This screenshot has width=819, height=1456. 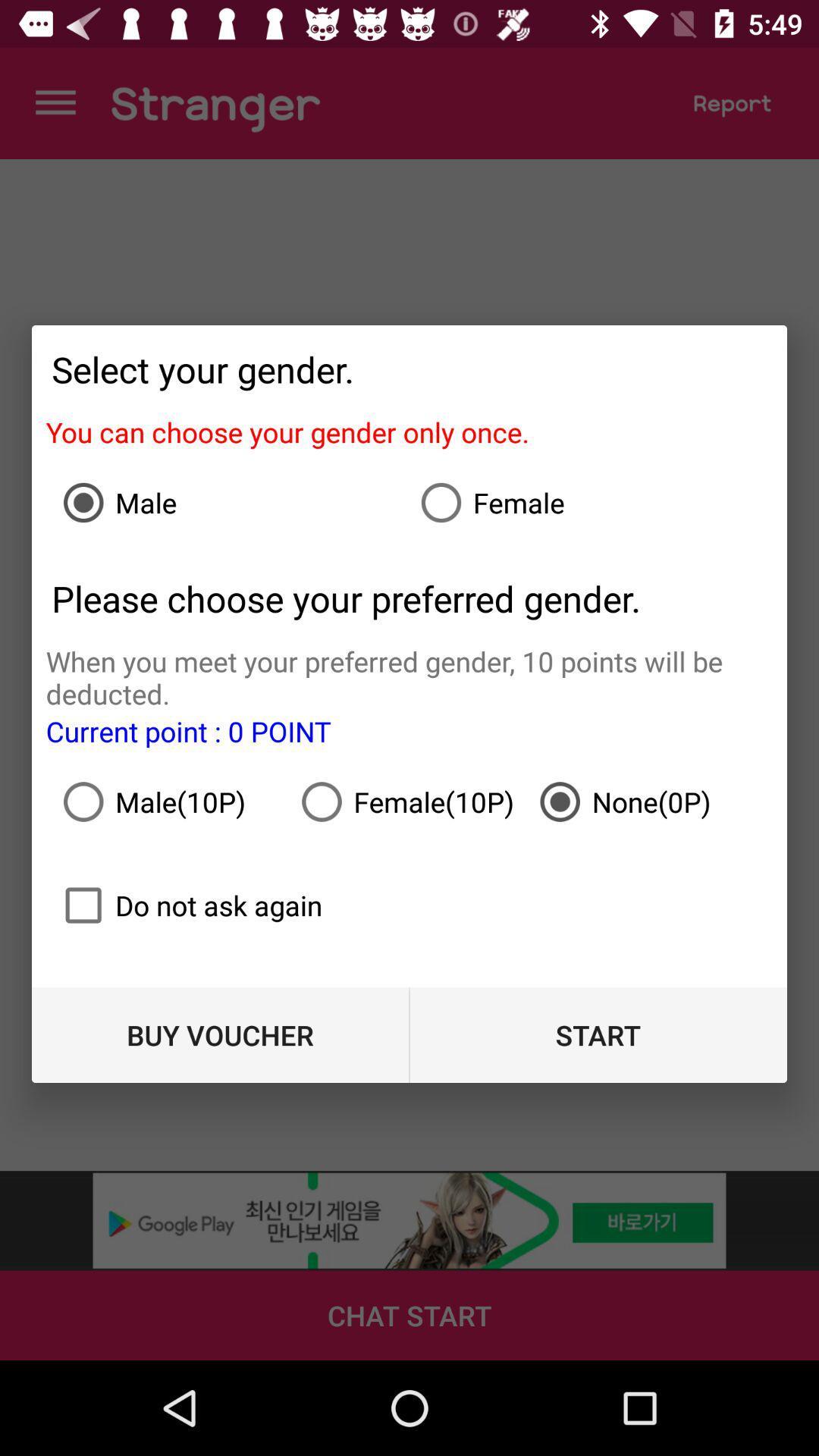 I want to click on the icon above start, so click(x=648, y=801).